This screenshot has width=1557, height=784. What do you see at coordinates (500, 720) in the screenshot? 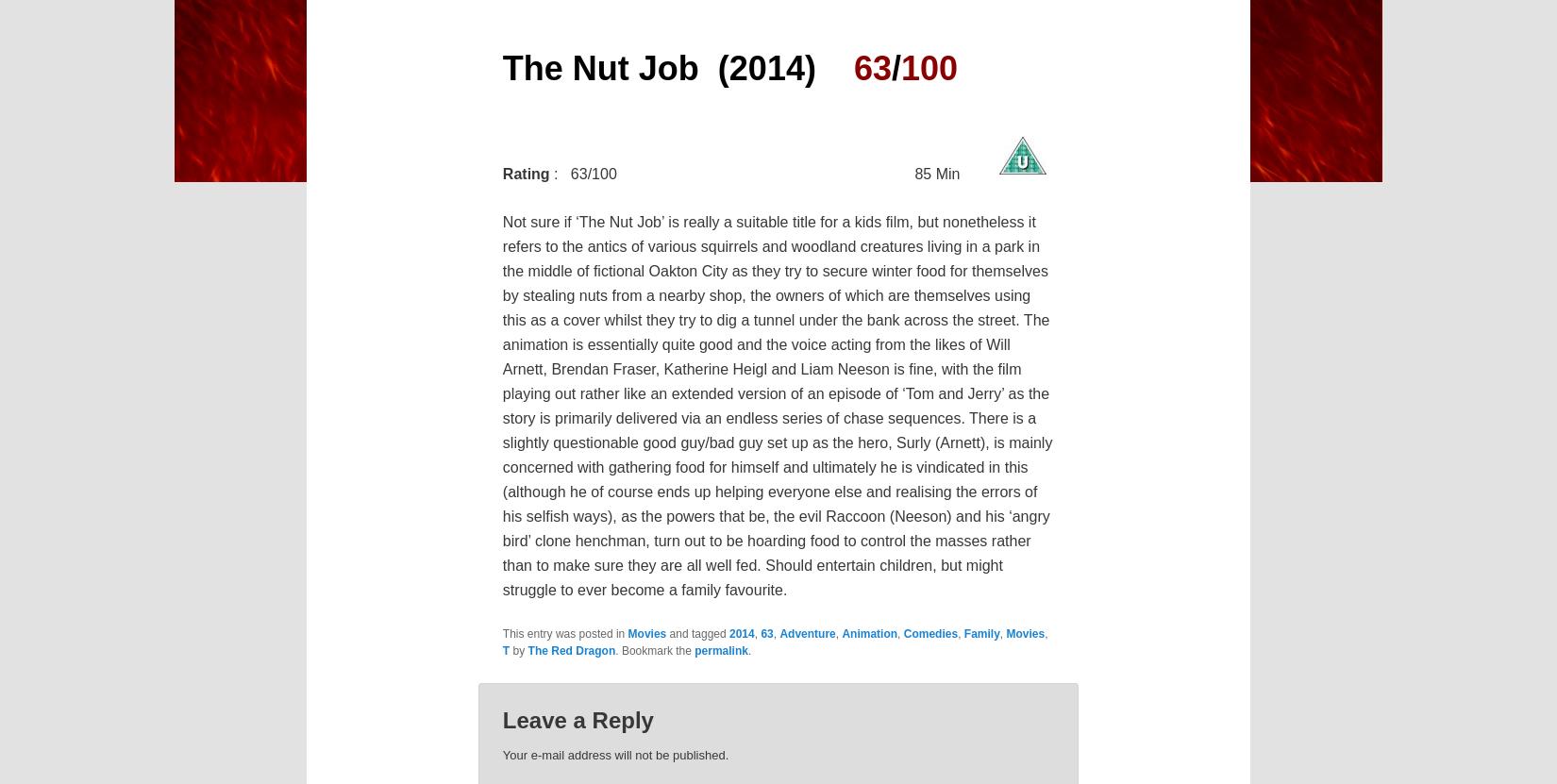
I see `'Leave a Reply'` at bounding box center [500, 720].